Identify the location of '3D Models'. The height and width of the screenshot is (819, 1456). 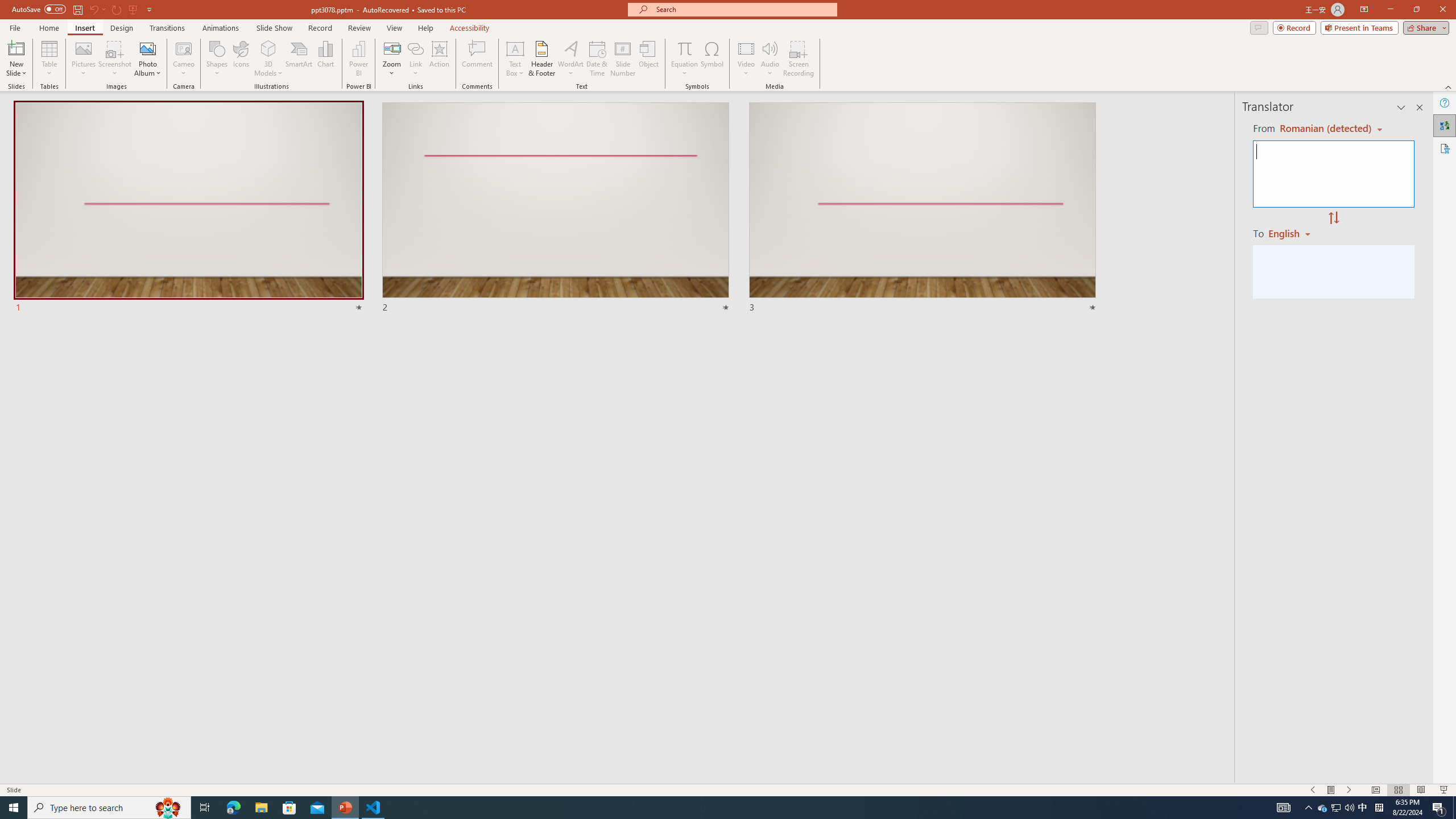
(268, 59).